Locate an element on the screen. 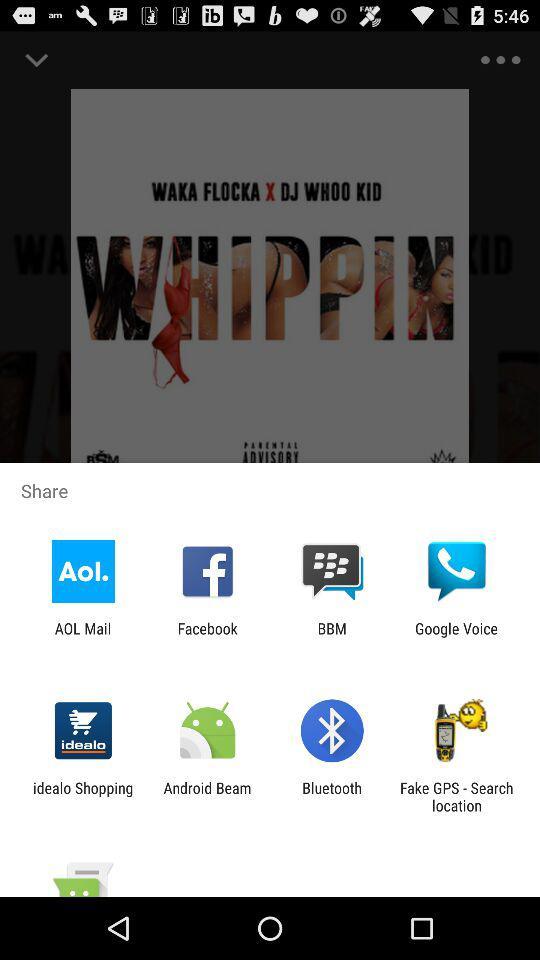 This screenshot has width=540, height=960. google voice item is located at coordinates (456, 636).